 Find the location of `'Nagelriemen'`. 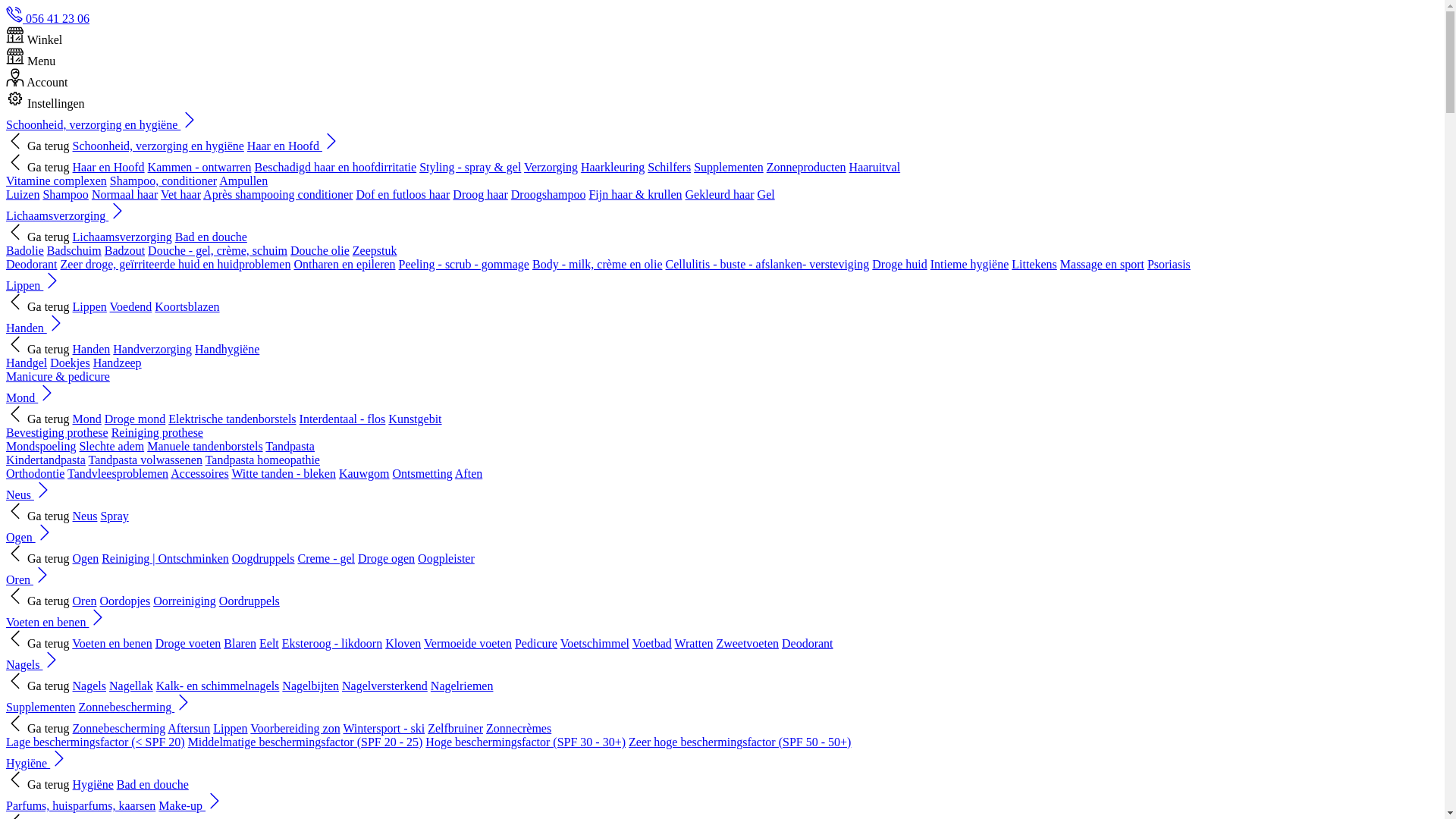

'Nagelriemen' is located at coordinates (461, 686).